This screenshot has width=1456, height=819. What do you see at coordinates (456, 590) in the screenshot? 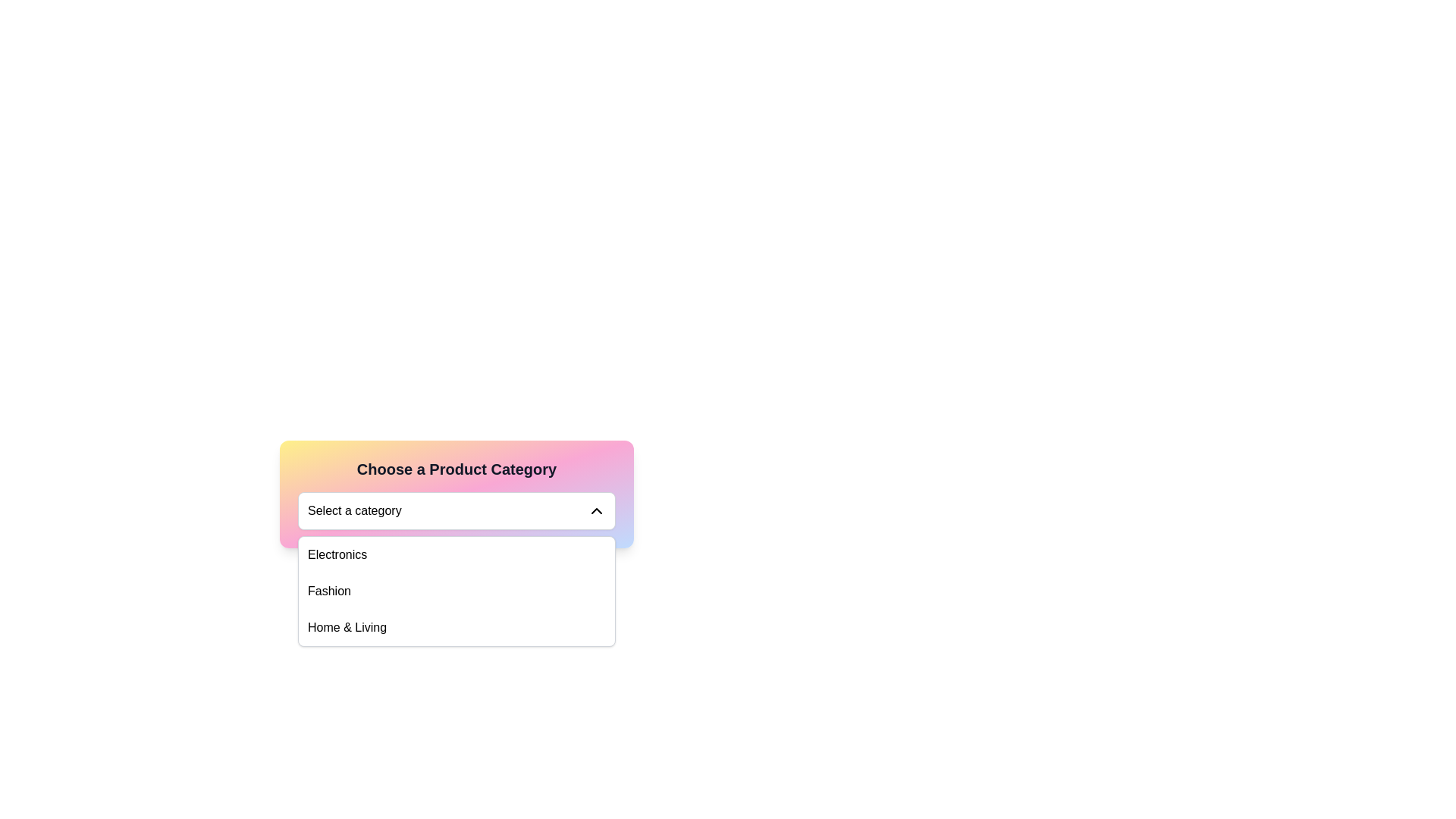
I see `to select the 'Fashion' category option in the dropdown menu located between 'Electronics' and 'Home & Living'` at bounding box center [456, 590].